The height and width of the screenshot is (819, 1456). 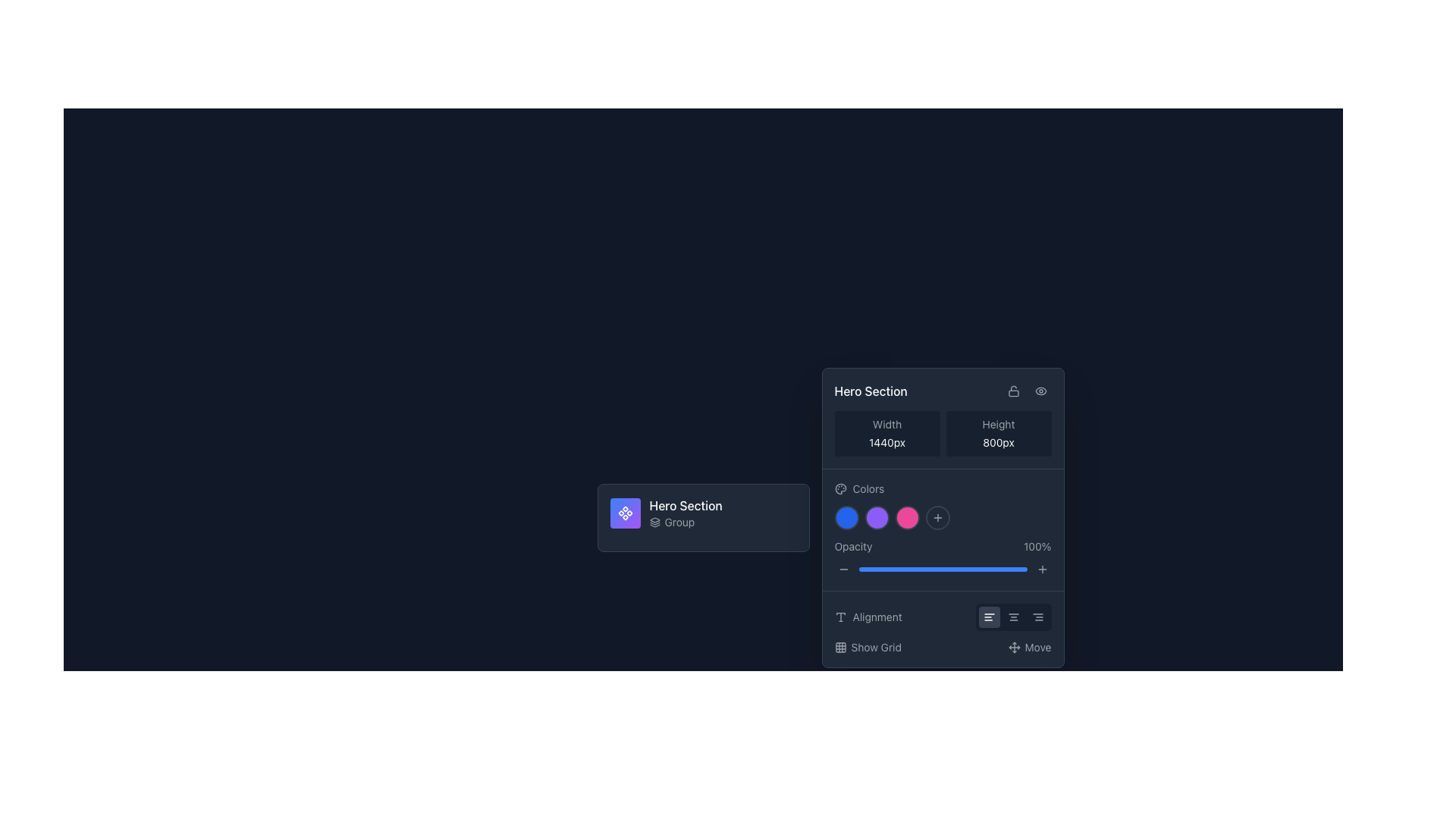 What do you see at coordinates (1013, 617) in the screenshot?
I see `the Icon button displaying three horizontal lines, which is styled with rounded corners and a gray color scheme` at bounding box center [1013, 617].